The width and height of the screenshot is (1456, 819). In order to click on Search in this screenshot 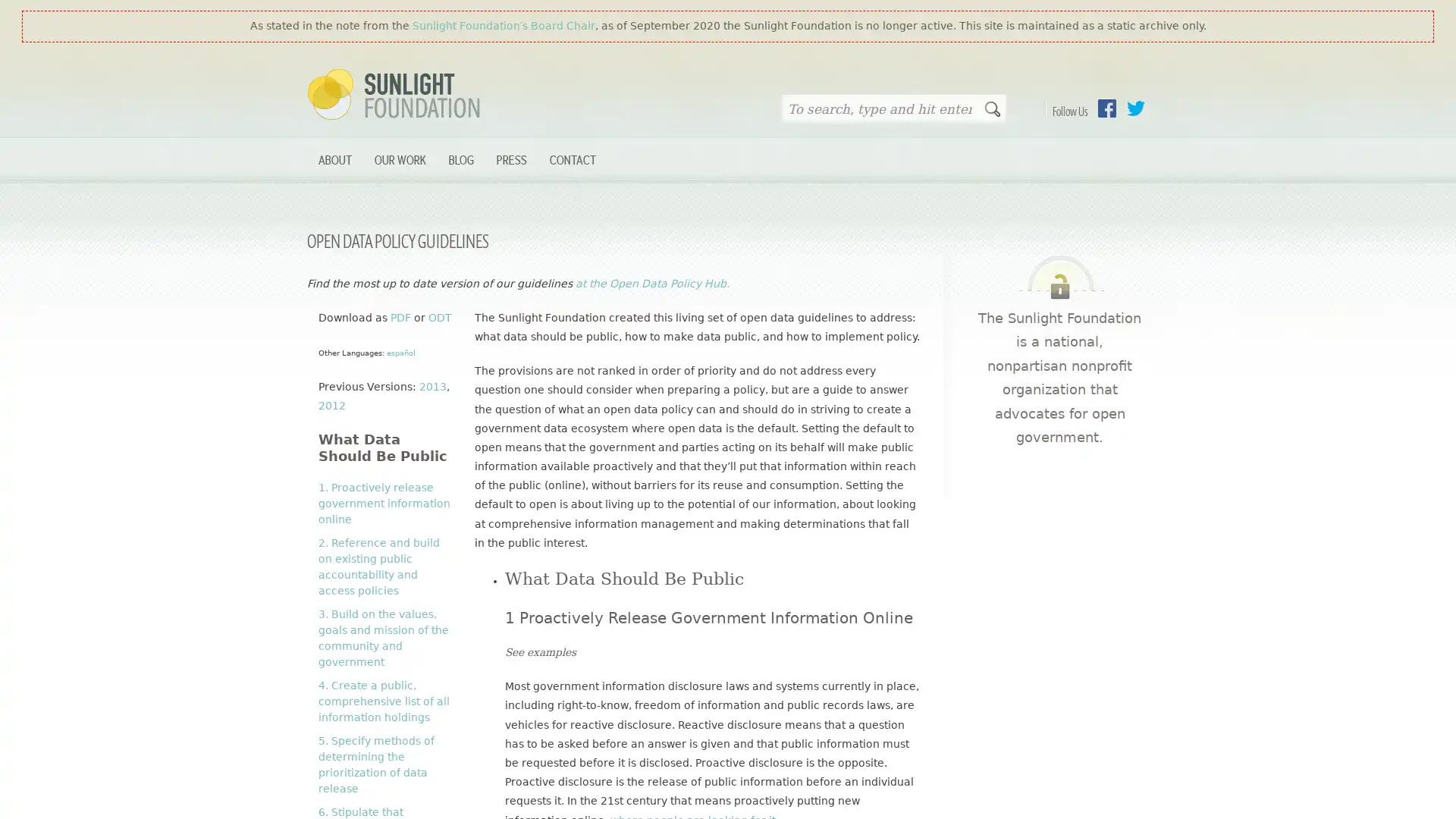, I will do `click(991, 109)`.